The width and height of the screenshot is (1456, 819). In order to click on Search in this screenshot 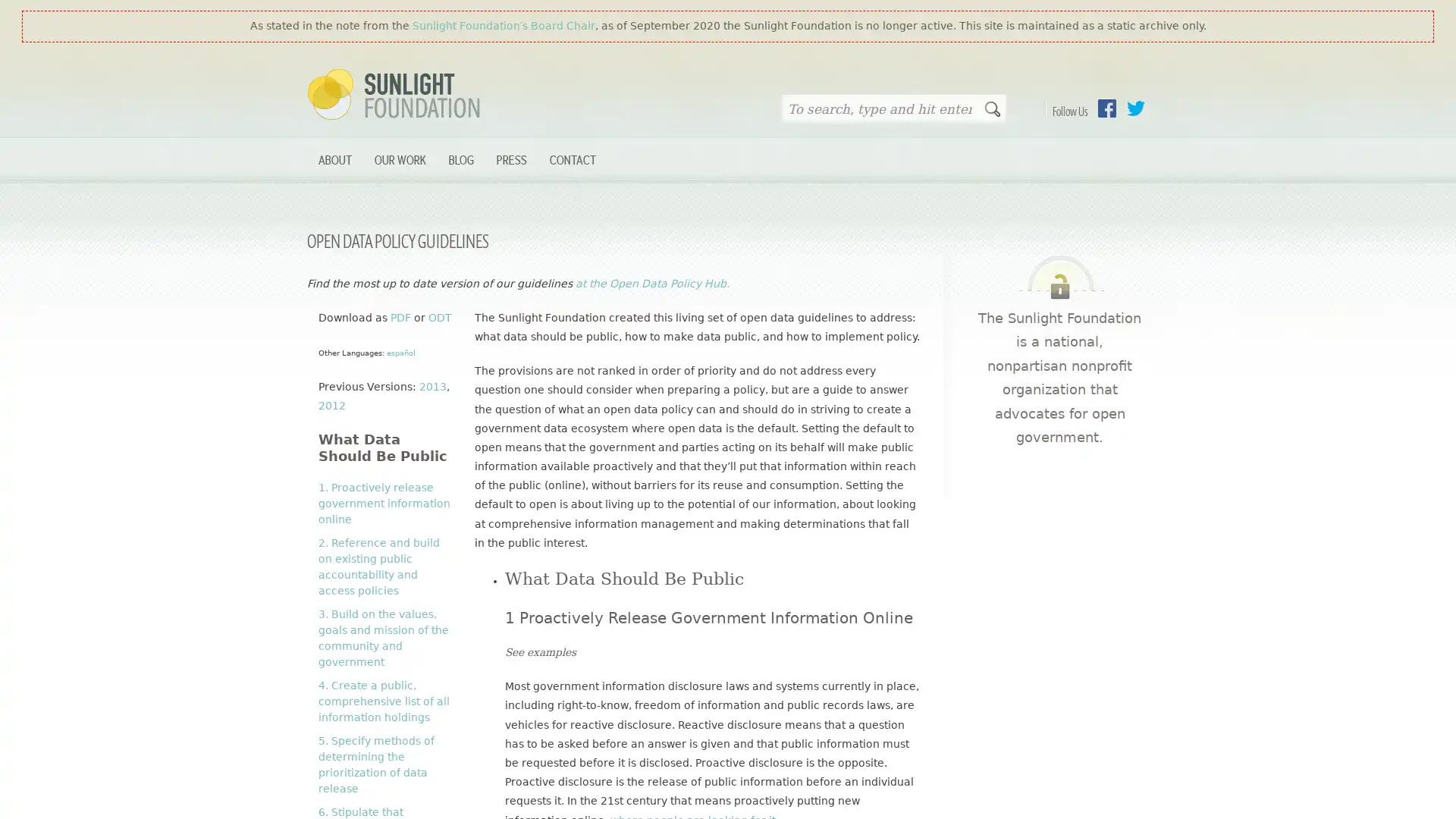, I will do `click(991, 109)`.